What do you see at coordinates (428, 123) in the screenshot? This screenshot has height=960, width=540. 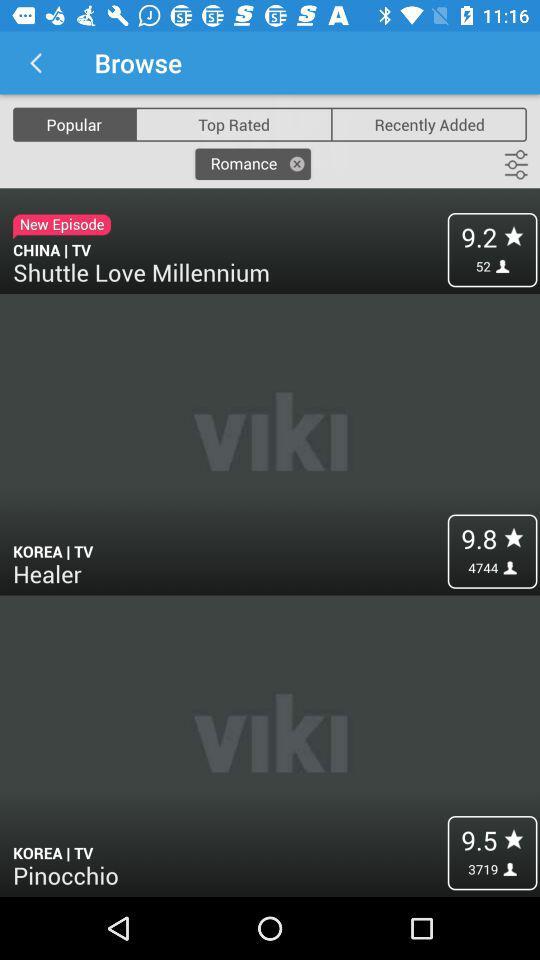 I see `recently added icon` at bounding box center [428, 123].